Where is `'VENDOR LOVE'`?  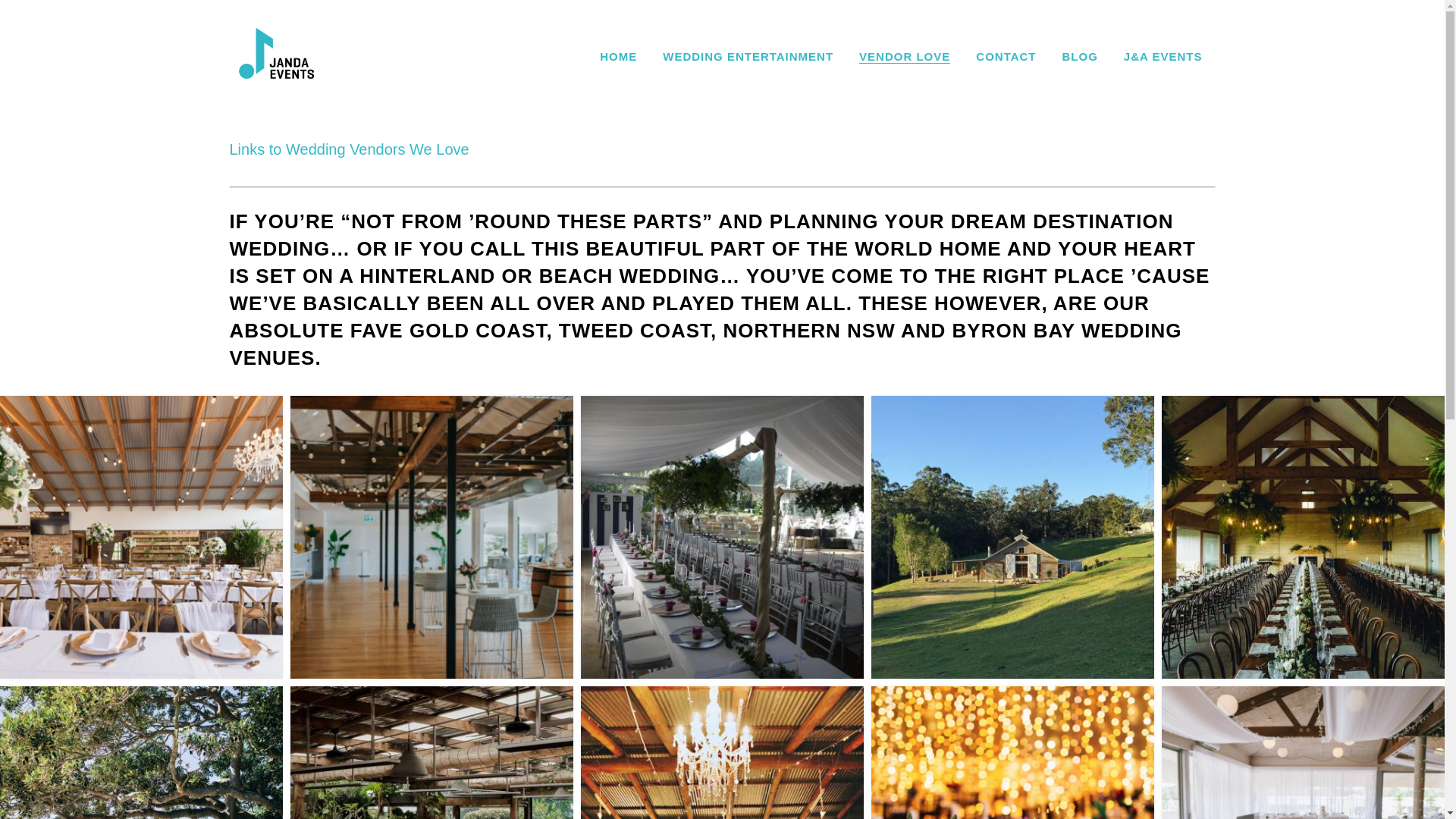 'VENDOR LOVE' is located at coordinates (905, 55).